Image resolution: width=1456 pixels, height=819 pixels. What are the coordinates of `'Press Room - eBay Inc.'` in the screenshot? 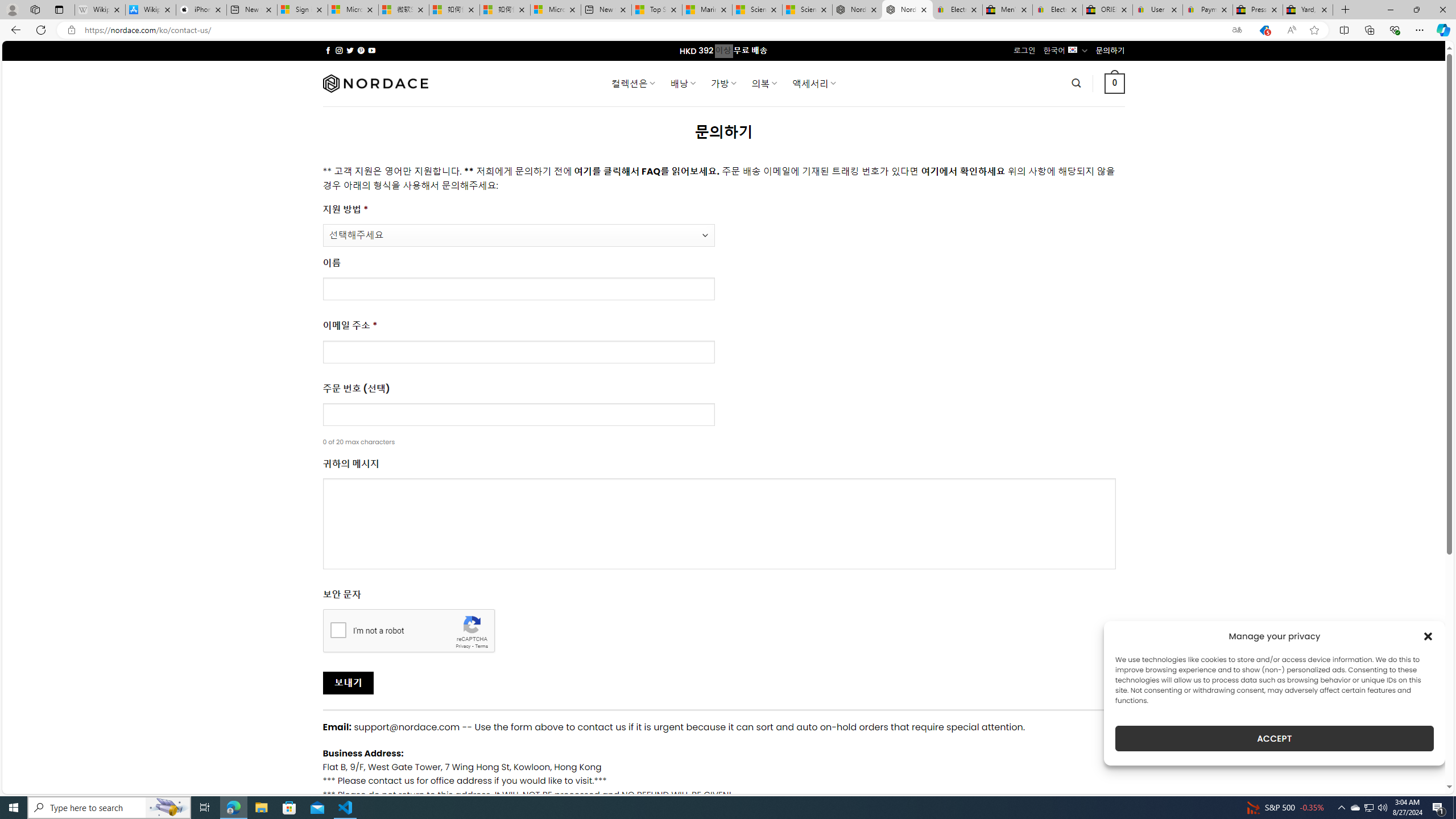 It's located at (1256, 9).